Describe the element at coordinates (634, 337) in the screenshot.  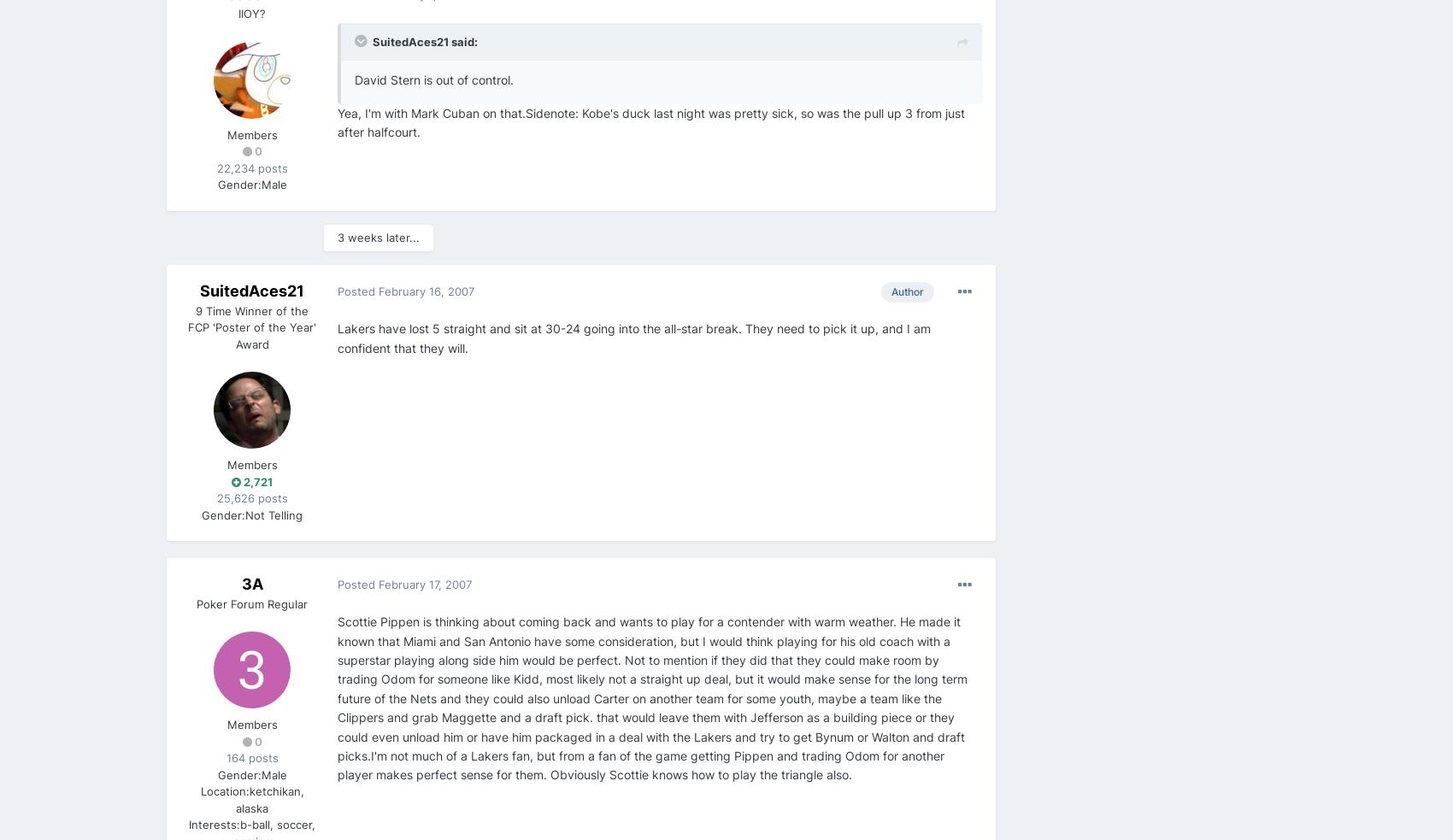
I see `'Lakers have lost 5 straight and sit at 30-24 going into the all-star break.  They need to pick it up, and I am confident that they will.'` at that location.